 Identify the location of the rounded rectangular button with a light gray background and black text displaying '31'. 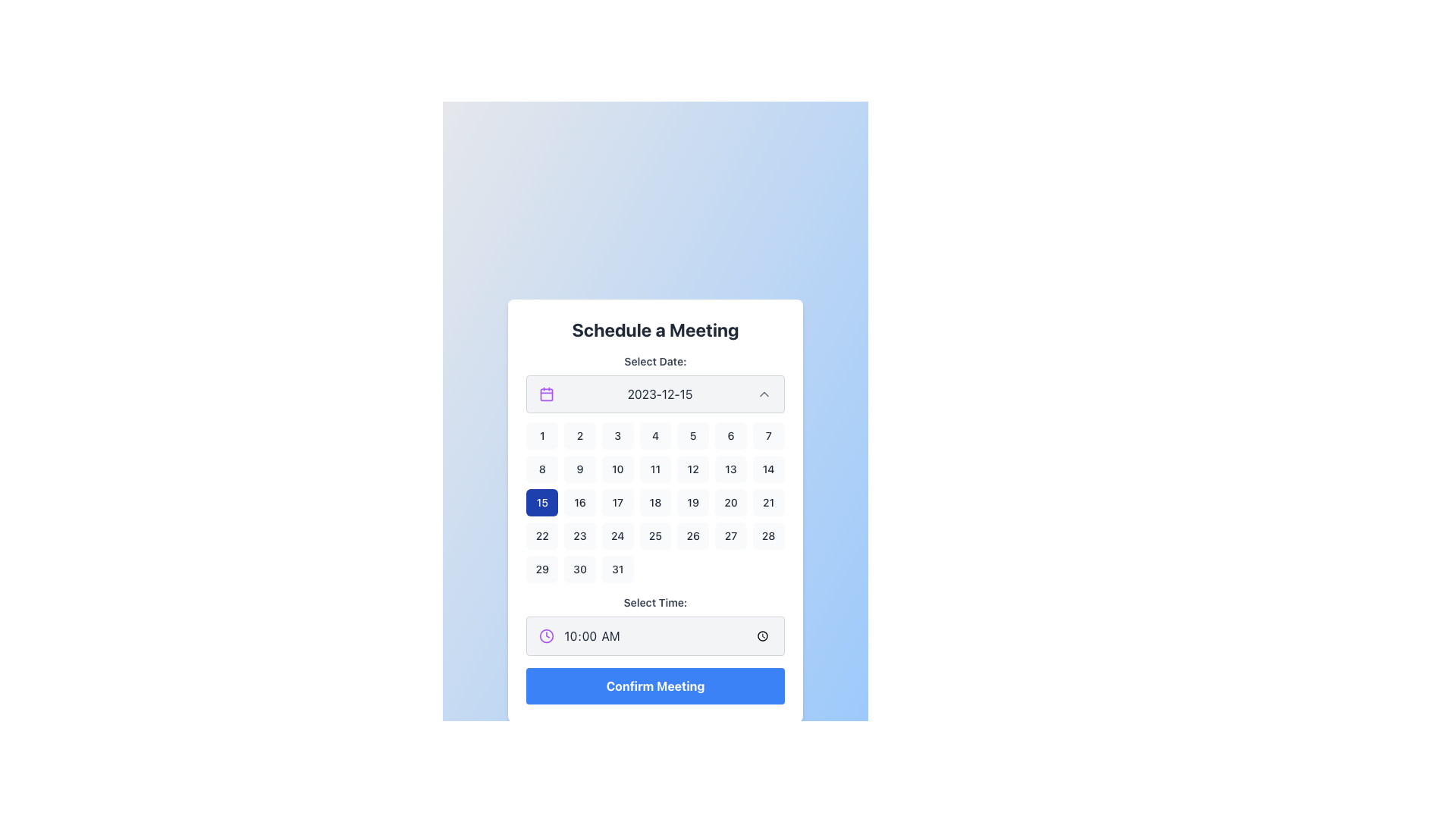
(617, 570).